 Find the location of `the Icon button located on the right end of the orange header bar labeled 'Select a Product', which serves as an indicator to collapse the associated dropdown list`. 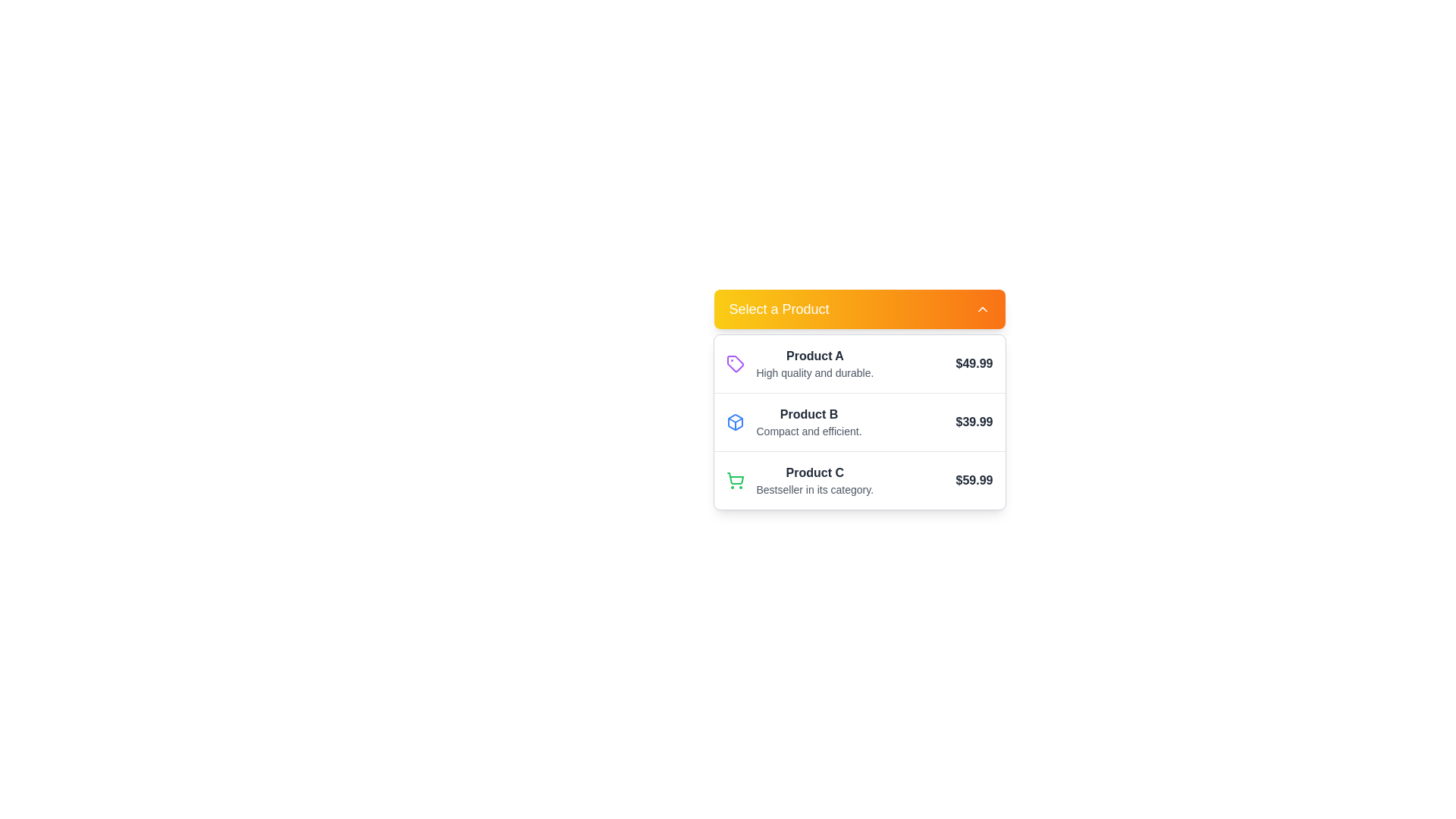

the Icon button located on the right end of the orange header bar labeled 'Select a Product', which serves as an indicator to collapse the associated dropdown list is located at coordinates (982, 309).